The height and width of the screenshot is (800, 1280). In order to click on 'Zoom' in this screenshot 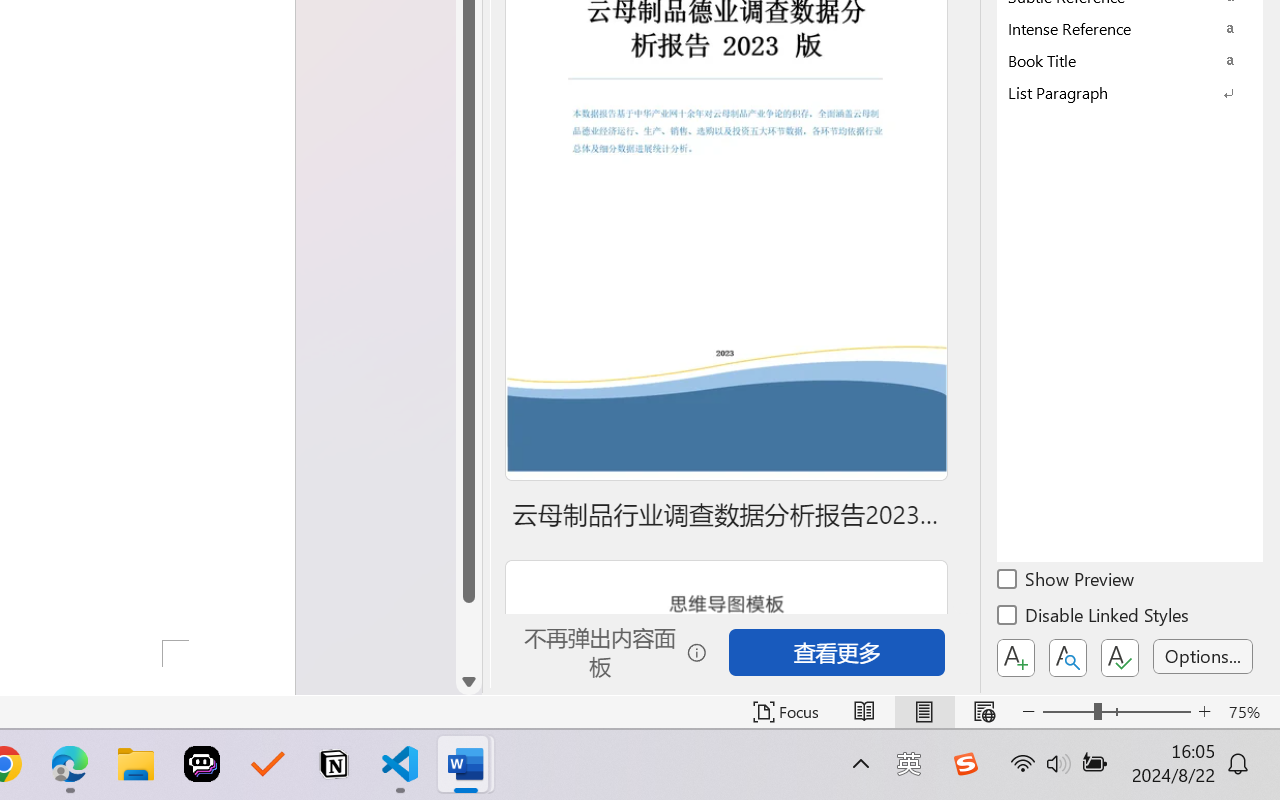, I will do `click(1115, 711)`.